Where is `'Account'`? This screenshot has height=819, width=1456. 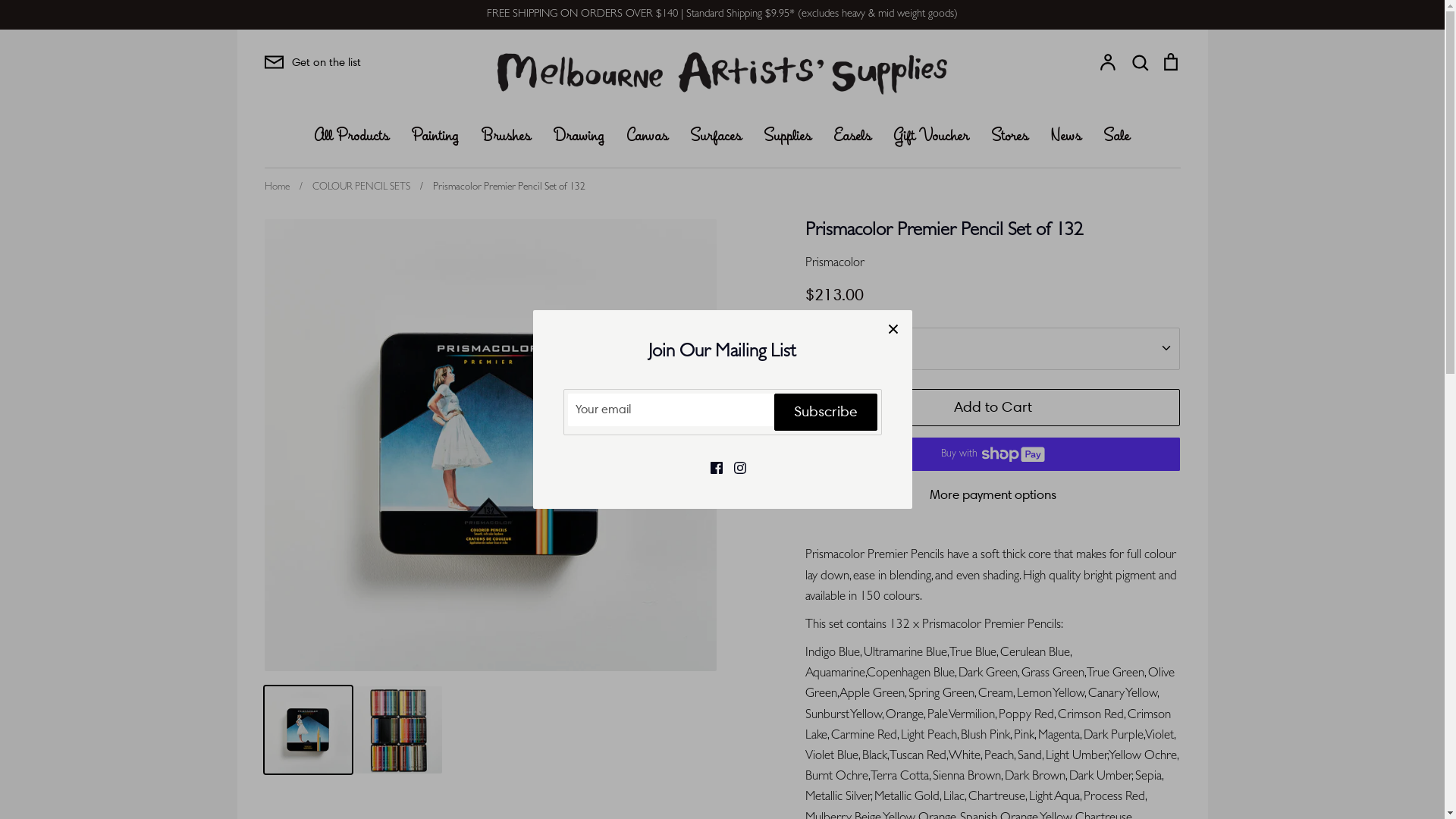 'Account' is located at coordinates (1107, 61).